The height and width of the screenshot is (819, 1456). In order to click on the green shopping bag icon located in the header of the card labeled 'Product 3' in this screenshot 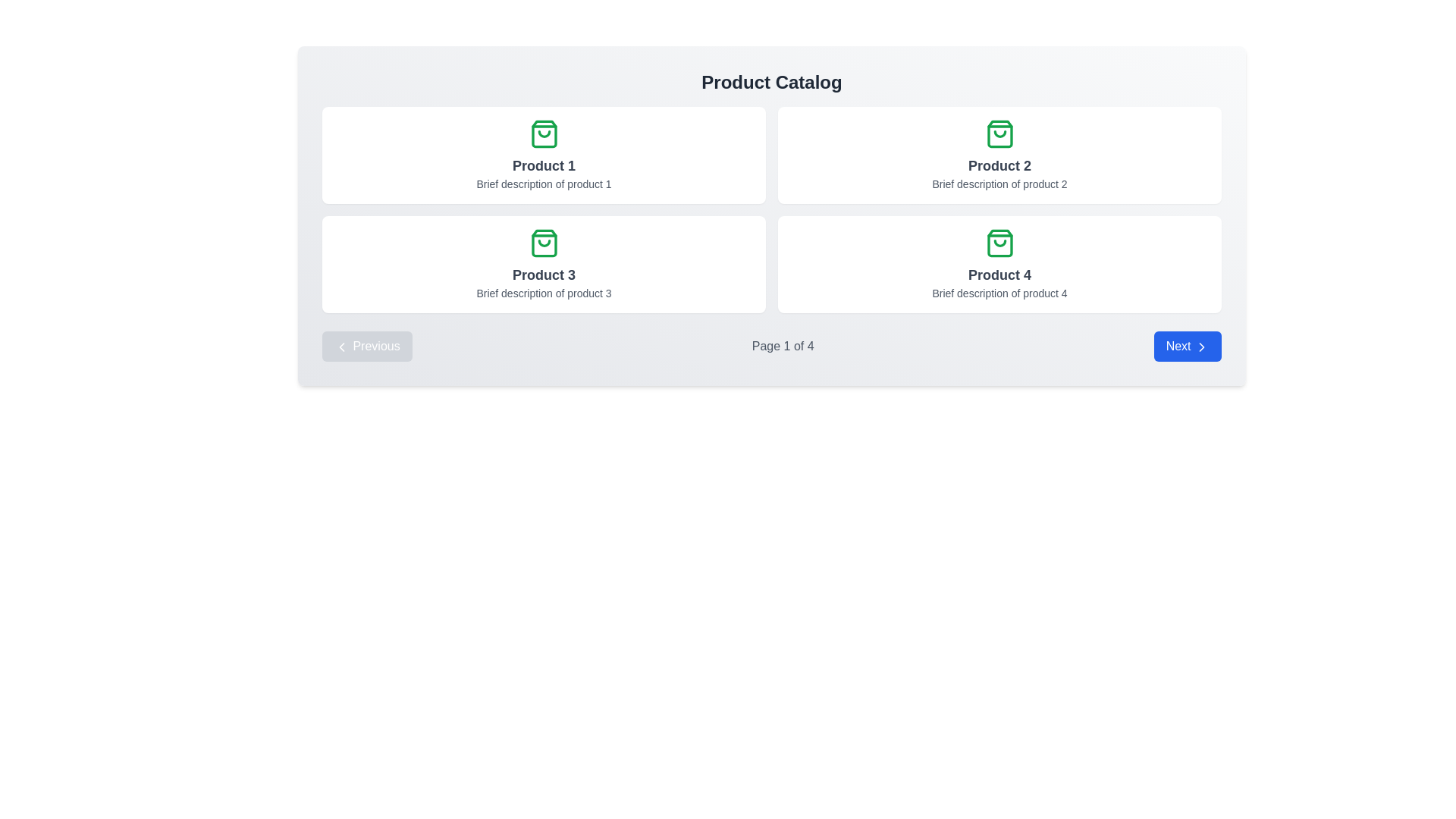, I will do `click(544, 242)`.